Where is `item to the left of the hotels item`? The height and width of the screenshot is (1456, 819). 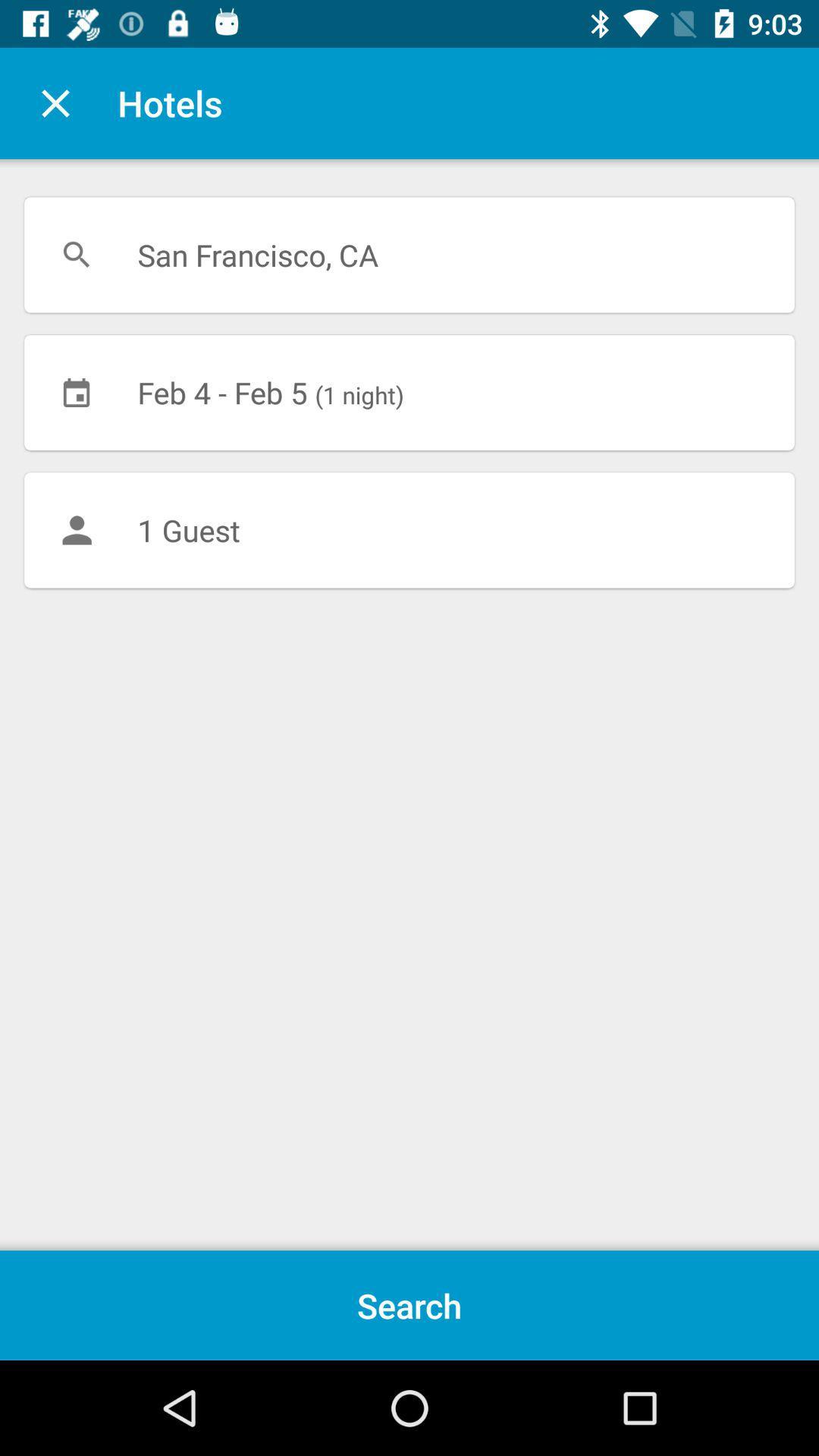 item to the left of the hotels item is located at coordinates (55, 102).